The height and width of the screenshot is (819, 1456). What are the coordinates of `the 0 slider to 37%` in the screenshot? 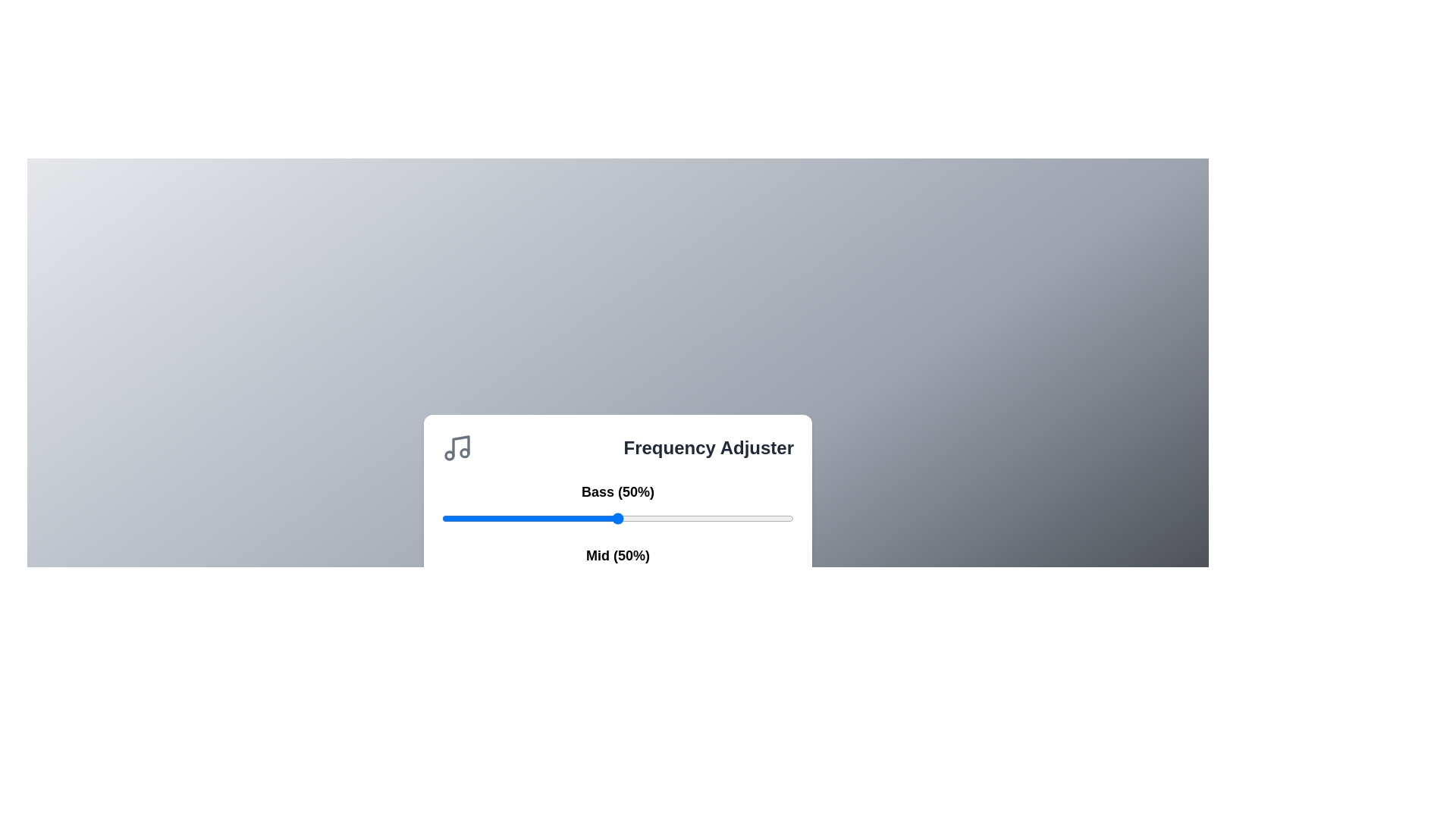 It's located at (748, 517).